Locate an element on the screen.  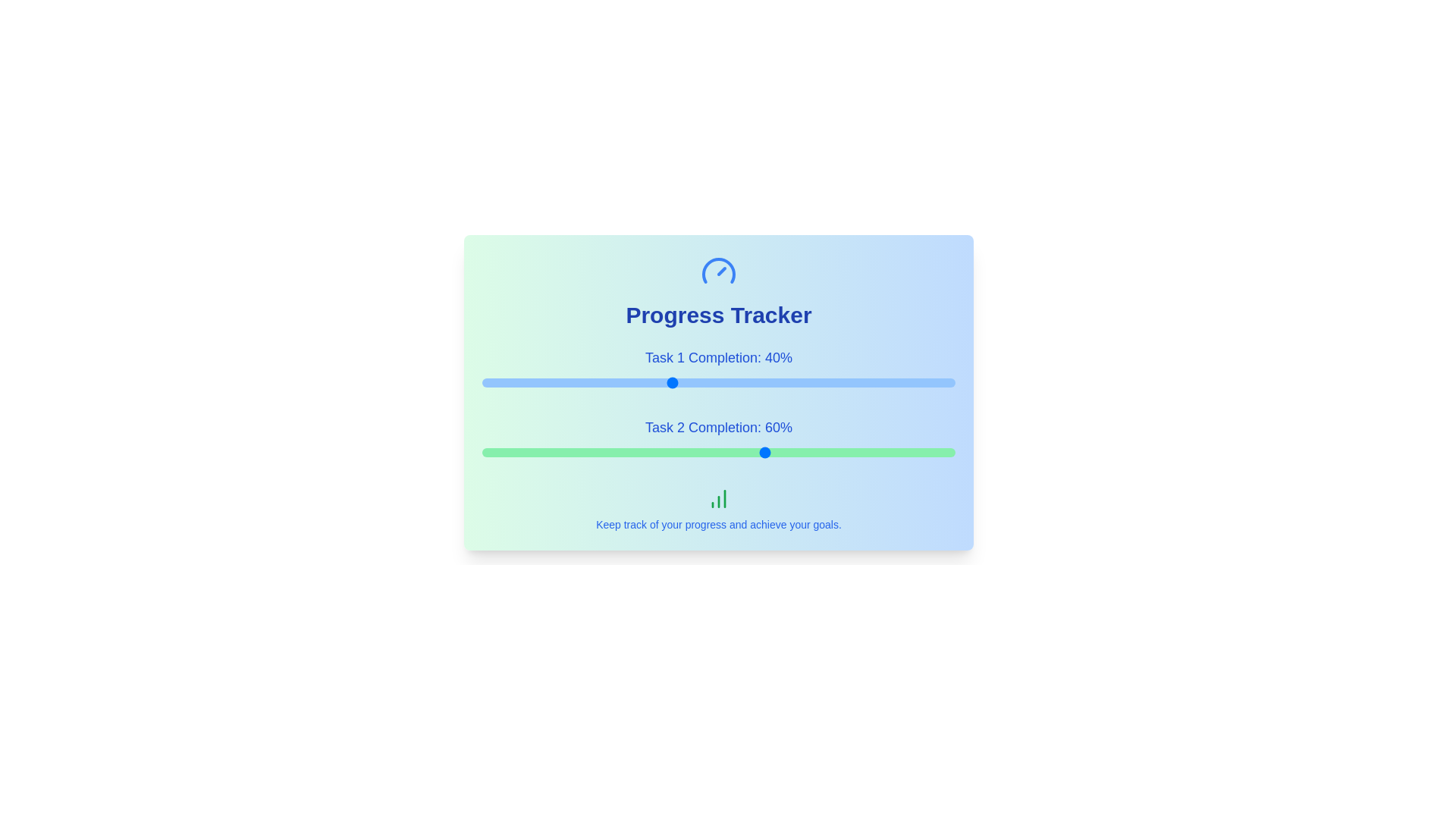
the graphical icon resembling a green bar chart that symbolizes progress, located beneath the progress bars for tasks is located at coordinates (718, 499).